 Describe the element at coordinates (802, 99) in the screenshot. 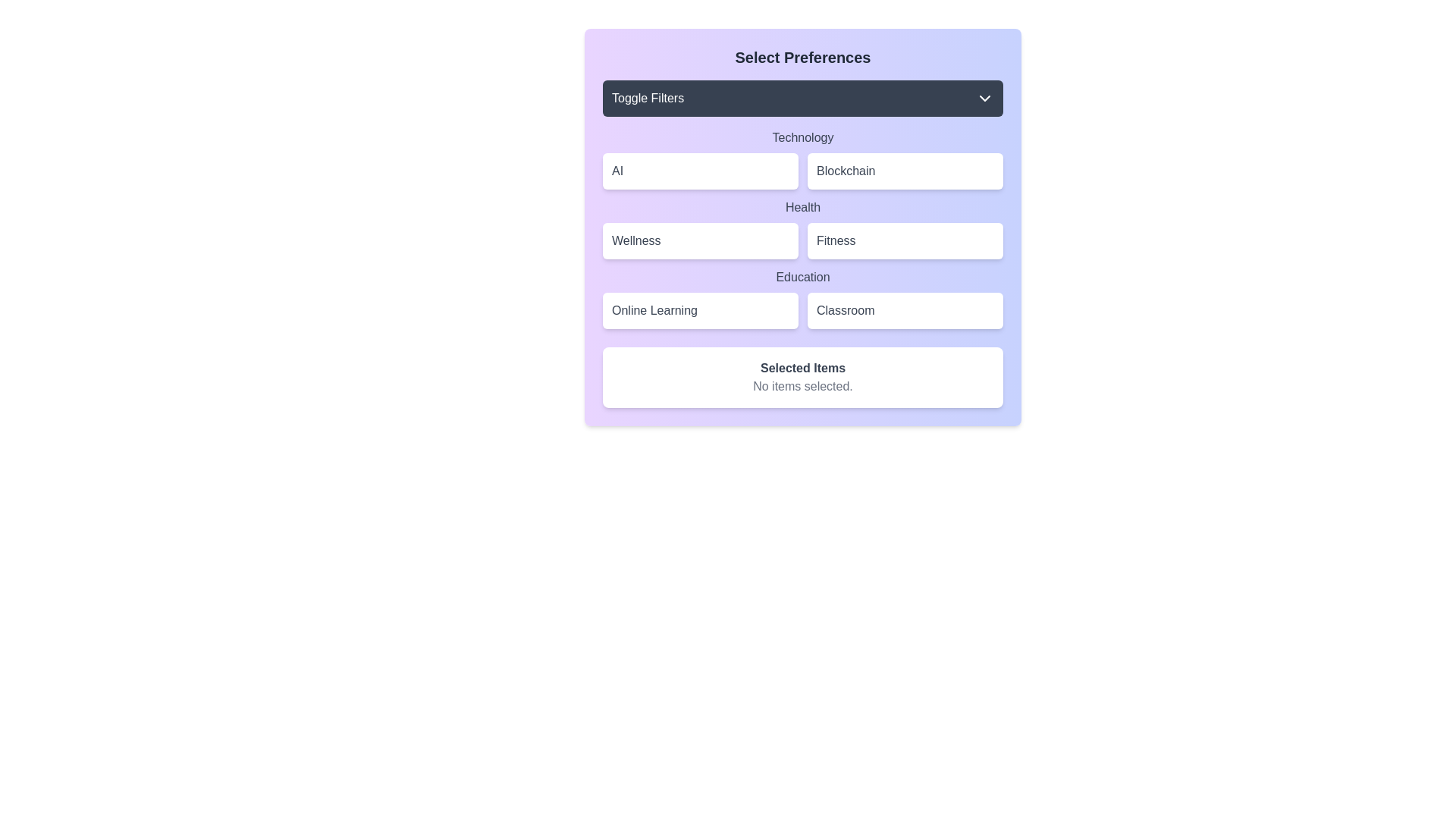

I see `the toggle button for filtering options located in the 'Select Preferences' section` at that location.